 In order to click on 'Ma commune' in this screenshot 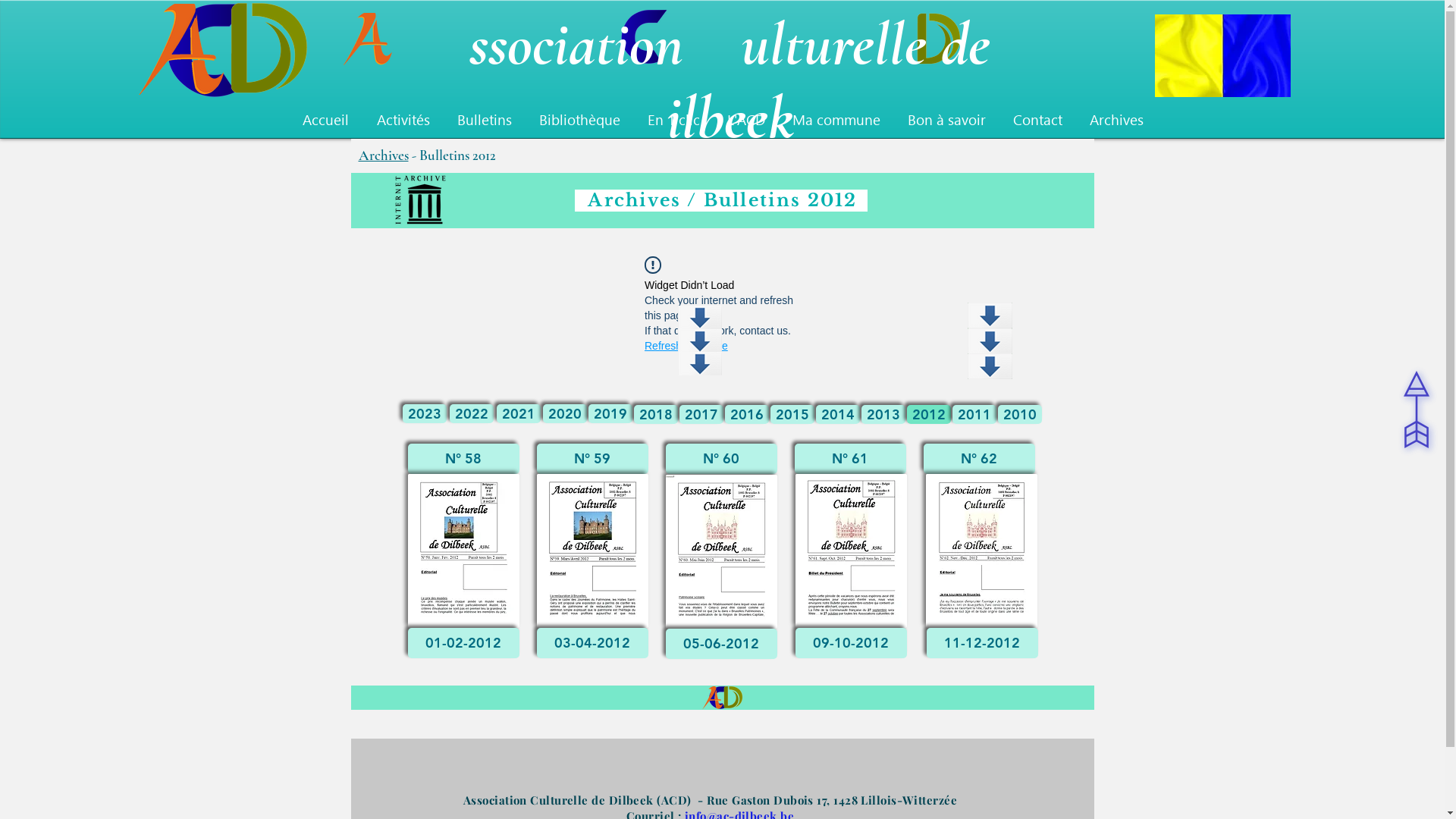, I will do `click(835, 119)`.